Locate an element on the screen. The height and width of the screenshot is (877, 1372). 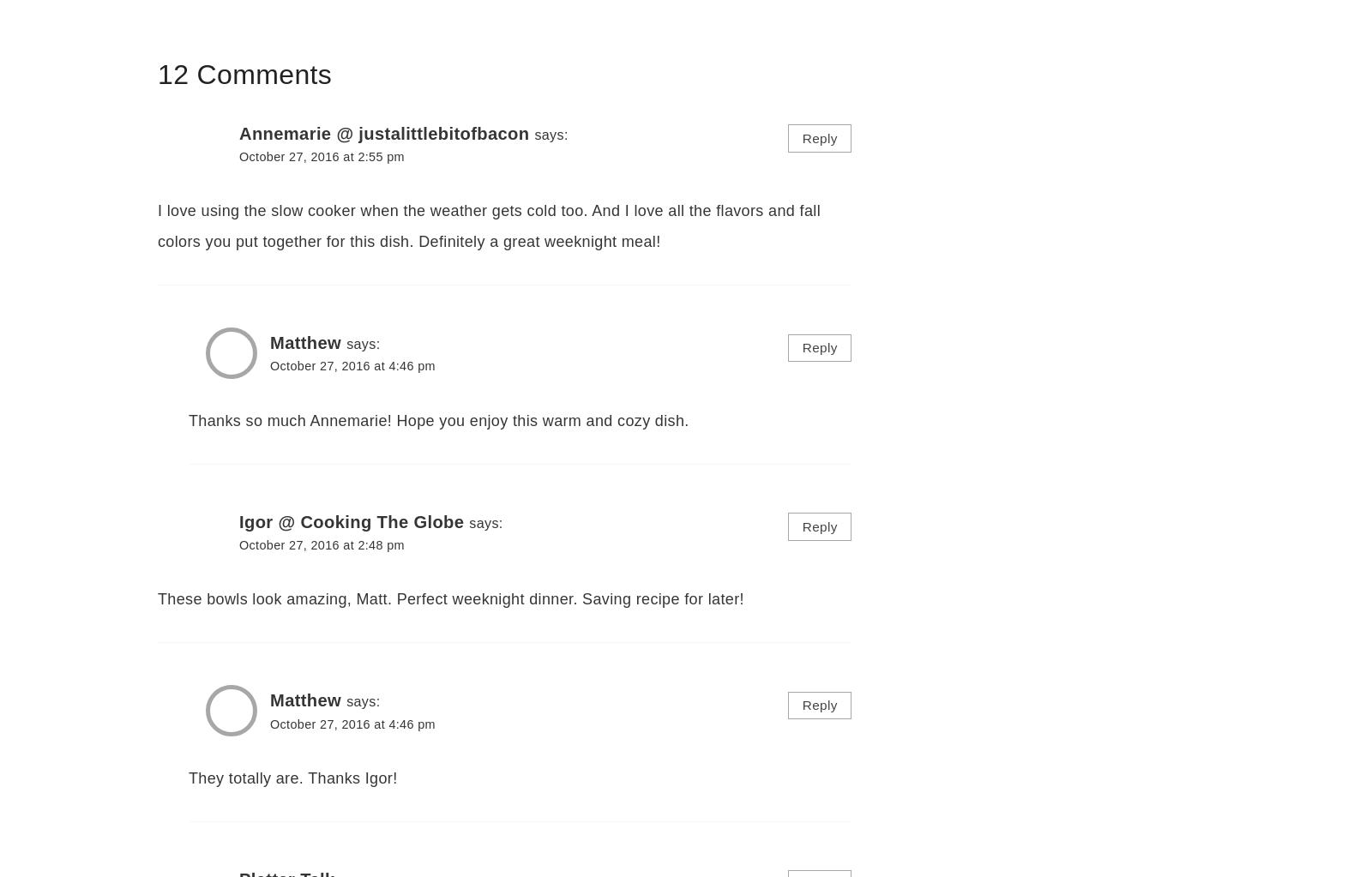
'12 Comments' is located at coordinates (157, 74).